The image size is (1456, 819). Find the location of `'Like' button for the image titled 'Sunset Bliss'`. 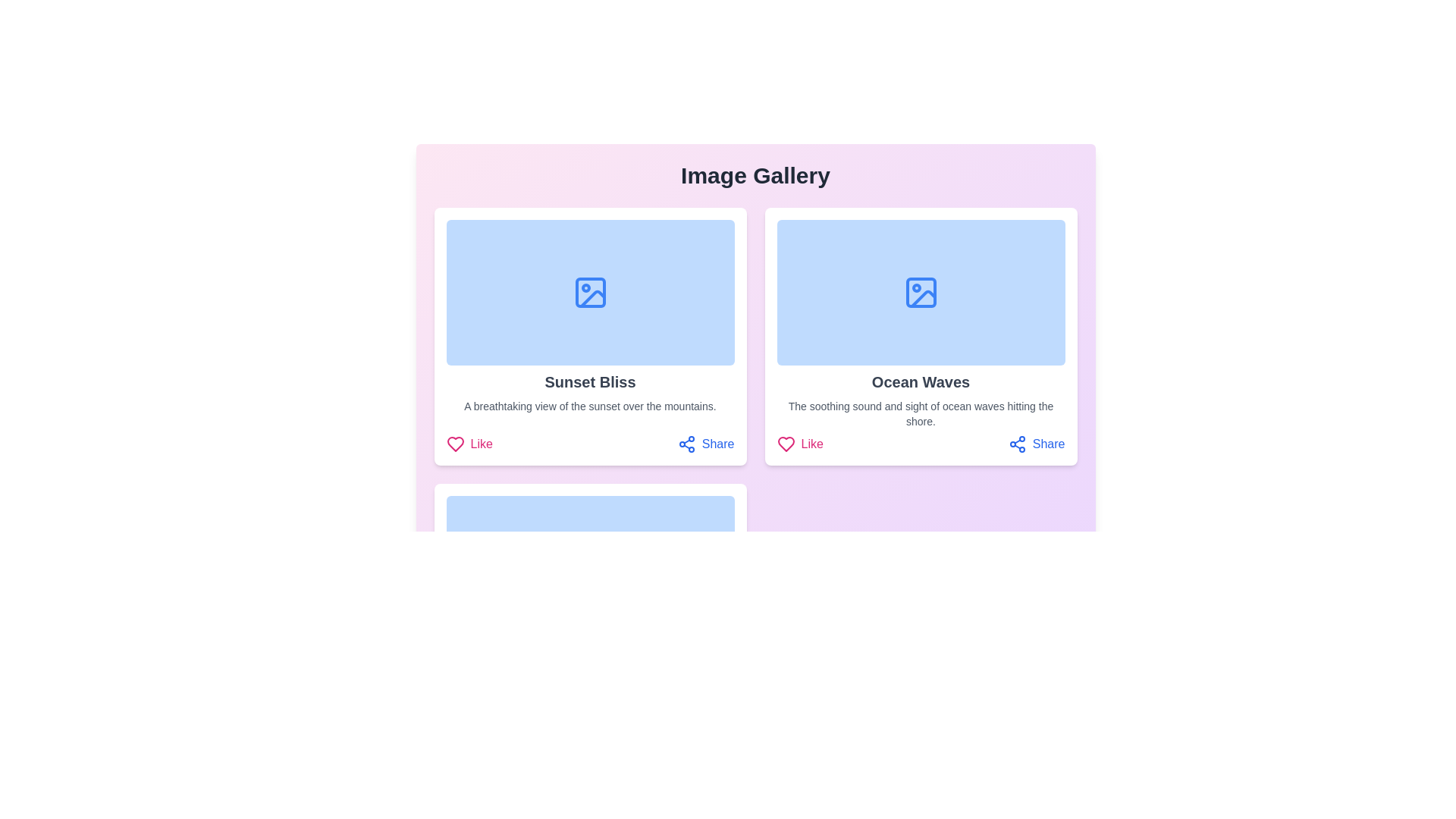

'Like' button for the image titled 'Sunset Bliss' is located at coordinates (469, 444).